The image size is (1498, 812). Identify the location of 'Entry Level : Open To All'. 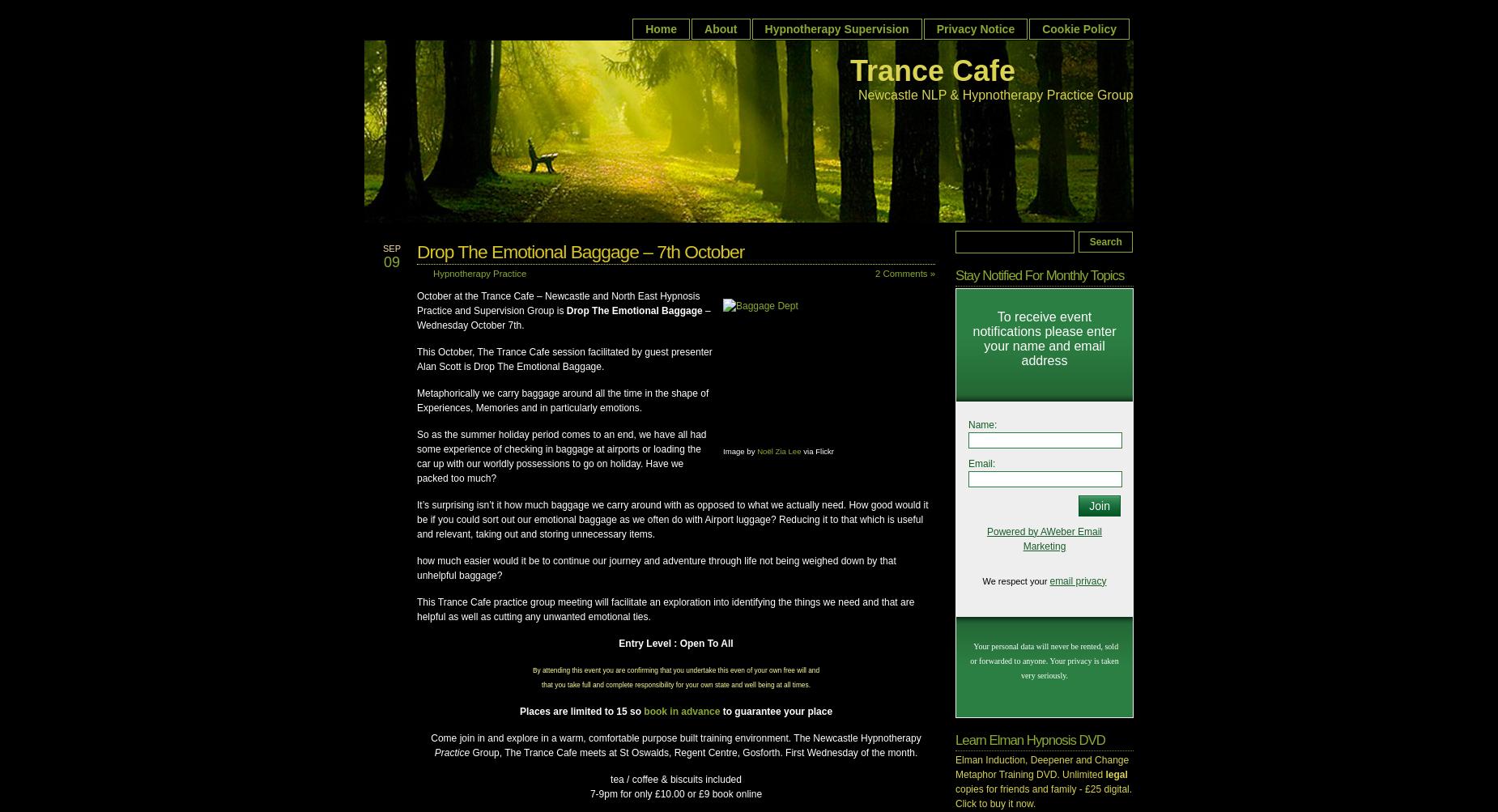
(675, 641).